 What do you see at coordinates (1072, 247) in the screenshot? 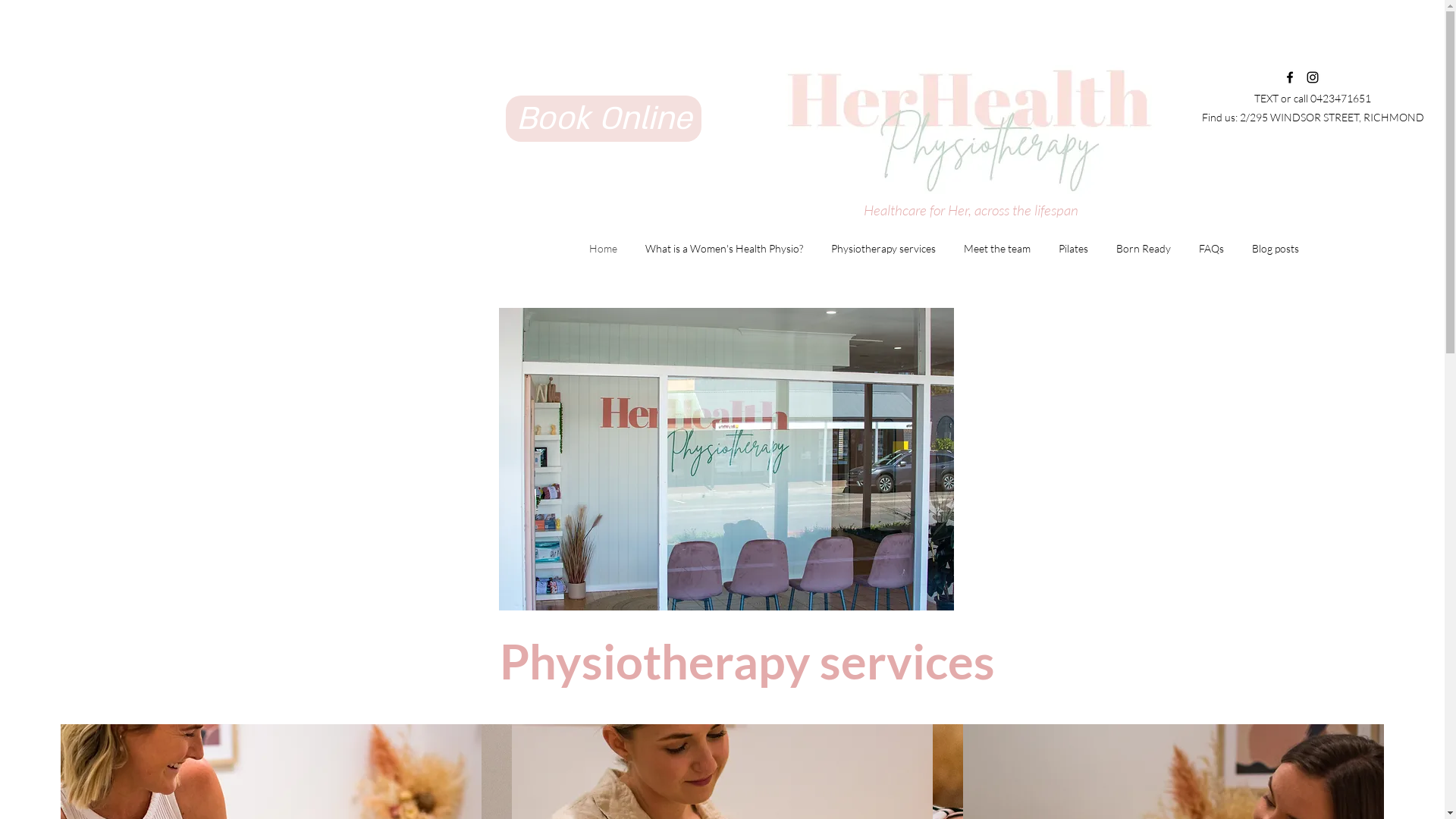
I see `'Pilates'` at bounding box center [1072, 247].